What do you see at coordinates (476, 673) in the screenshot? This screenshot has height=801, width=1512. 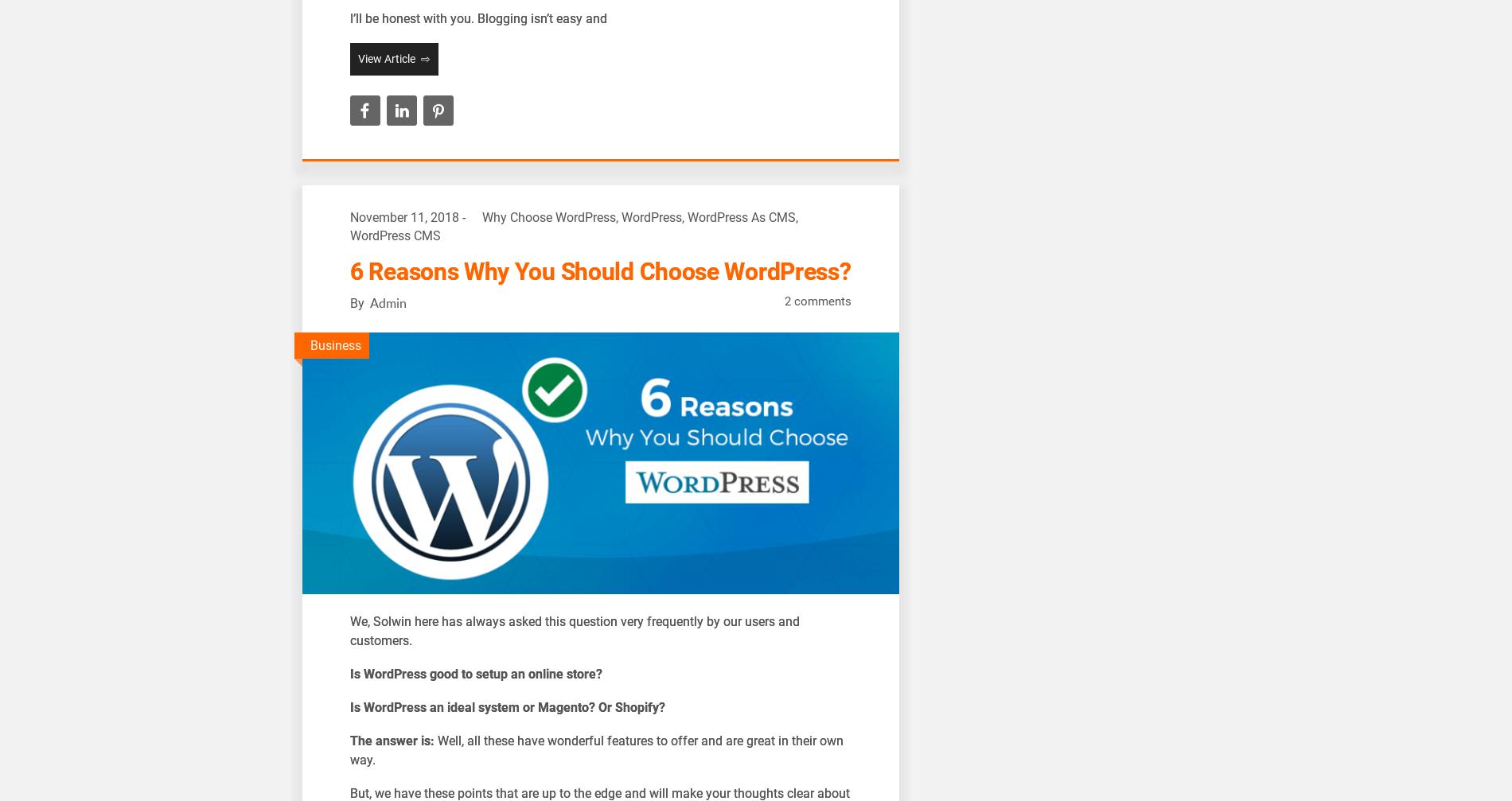 I see `'Is WordPress good to setup an online store?'` at bounding box center [476, 673].